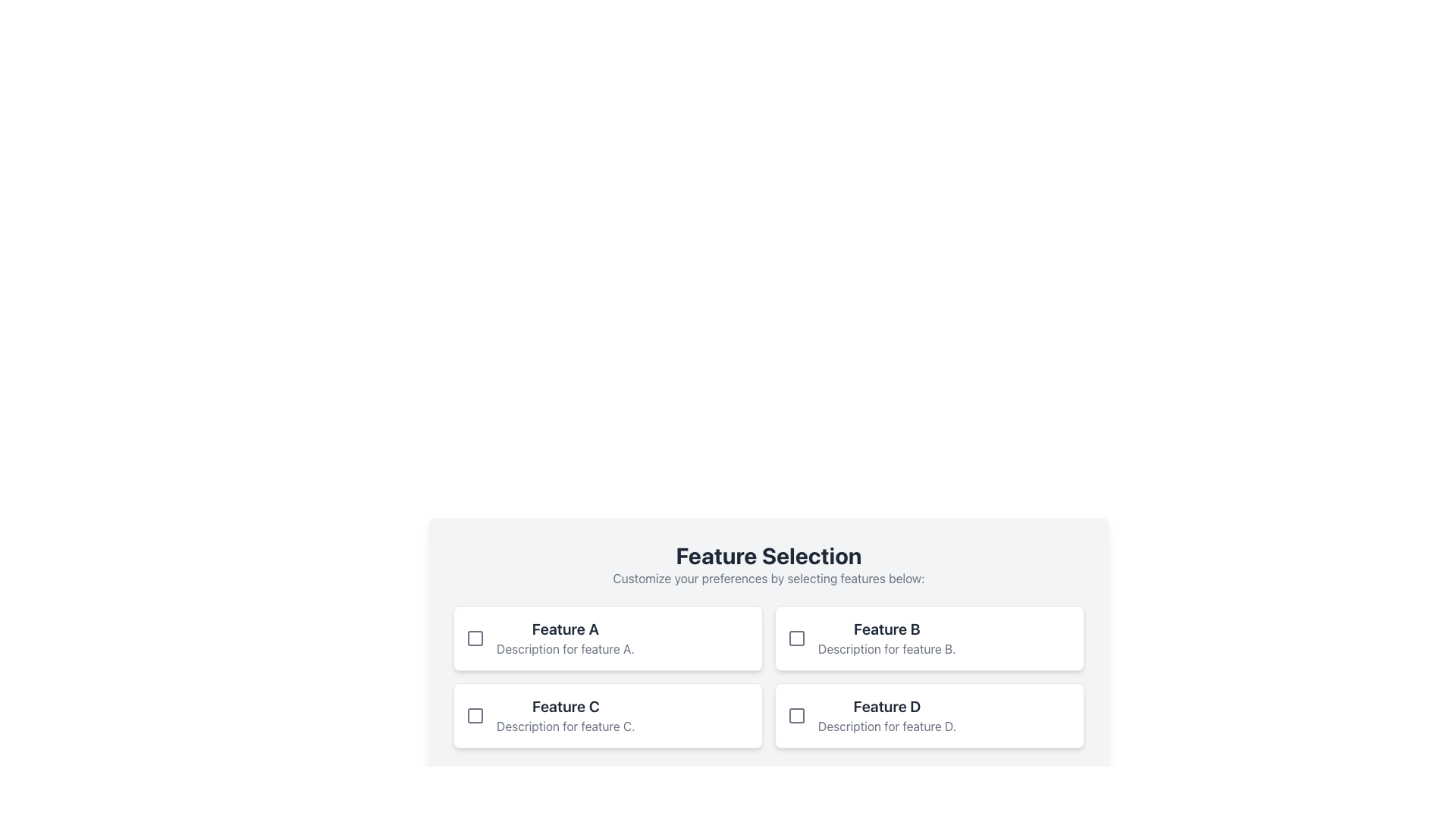 The height and width of the screenshot is (819, 1456). I want to click on descriptive label located below the 'Feature B' heading text in the top-right quadrant of the 'Feature Selection' grid, so click(886, 648).